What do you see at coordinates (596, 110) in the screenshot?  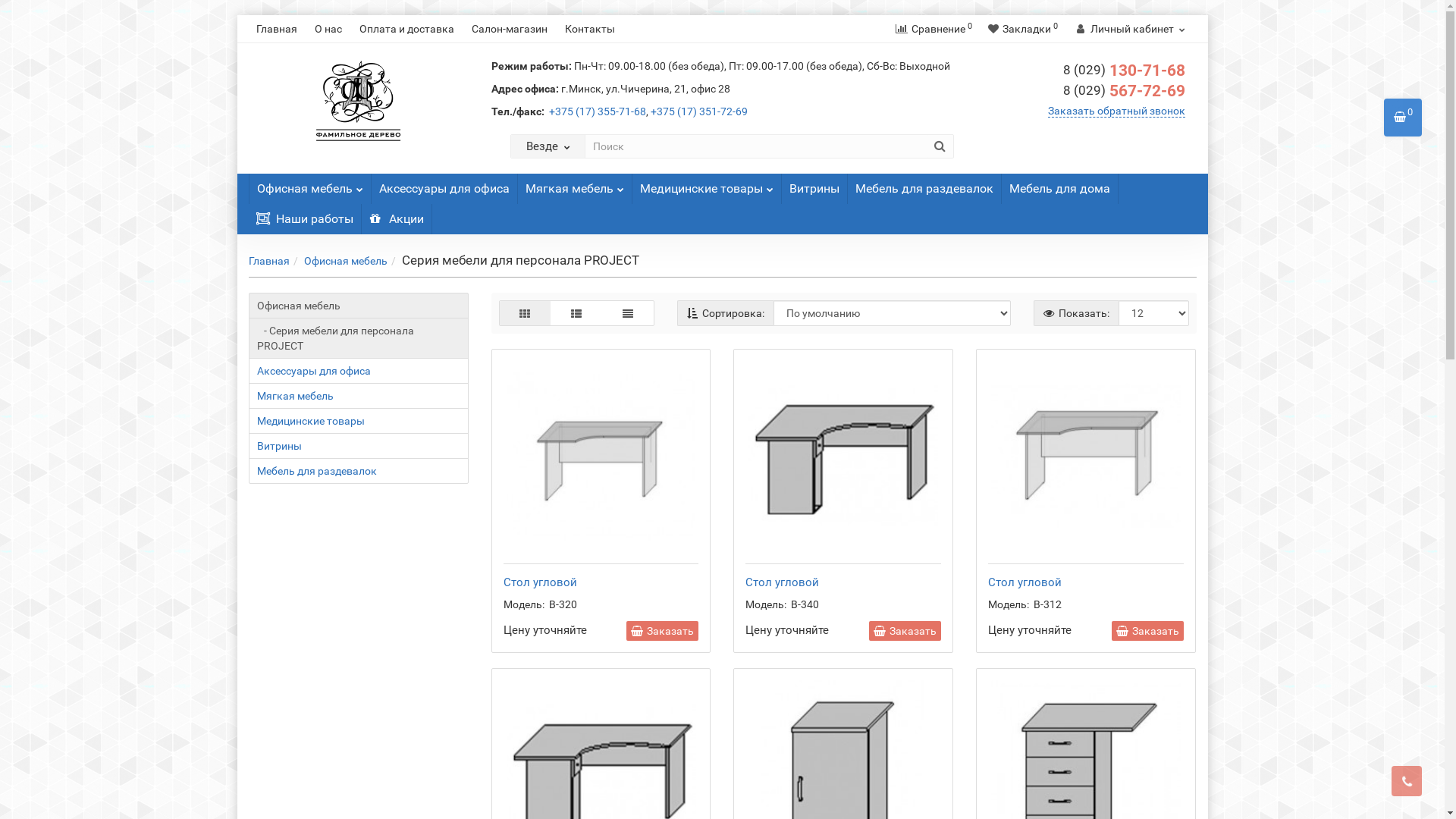 I see `'+375 (17) 355-71-68'` at bounding box center [596, 110].